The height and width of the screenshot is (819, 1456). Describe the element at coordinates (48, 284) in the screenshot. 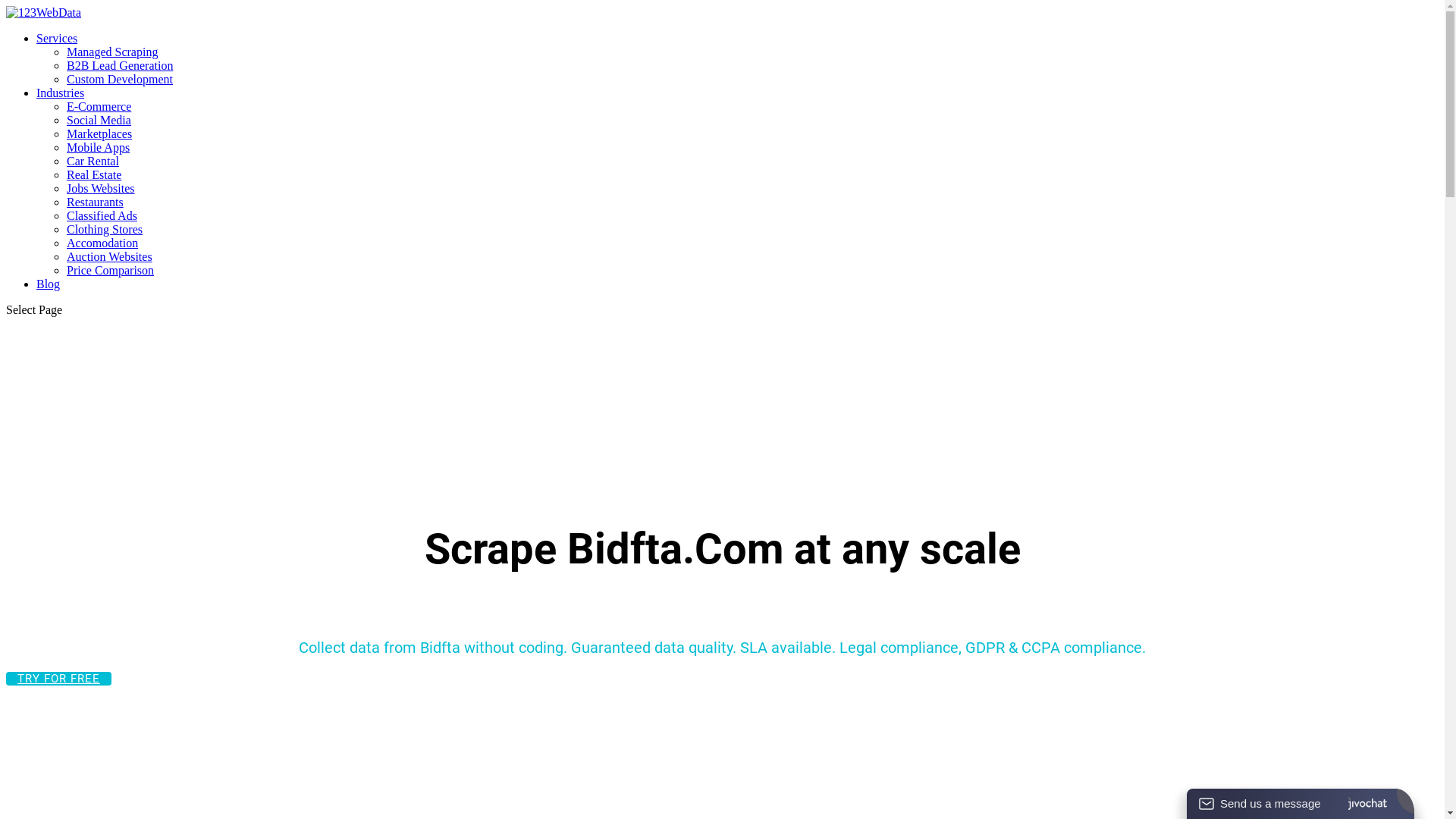

I see `'Blog'` at that location.